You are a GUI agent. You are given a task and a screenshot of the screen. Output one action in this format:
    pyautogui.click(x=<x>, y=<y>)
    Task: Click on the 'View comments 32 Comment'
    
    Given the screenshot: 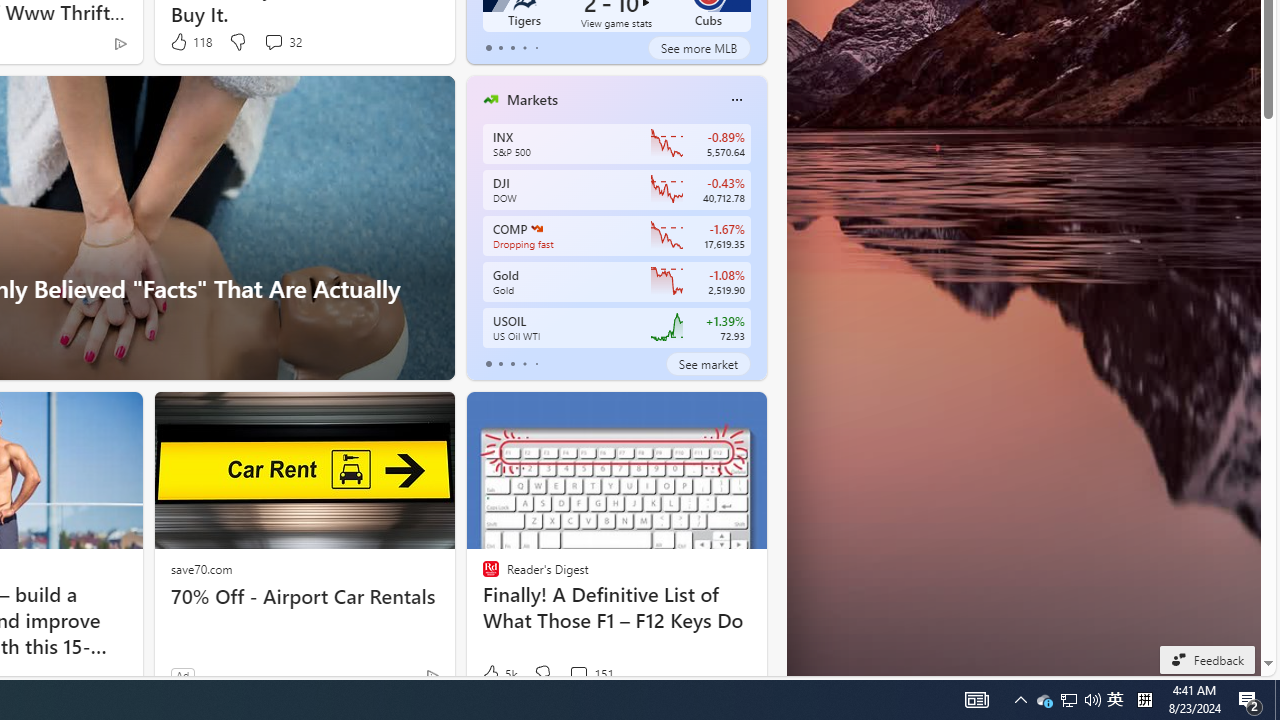 What is the action you would take?
    pyautogui.click(x=272, y=41)
    